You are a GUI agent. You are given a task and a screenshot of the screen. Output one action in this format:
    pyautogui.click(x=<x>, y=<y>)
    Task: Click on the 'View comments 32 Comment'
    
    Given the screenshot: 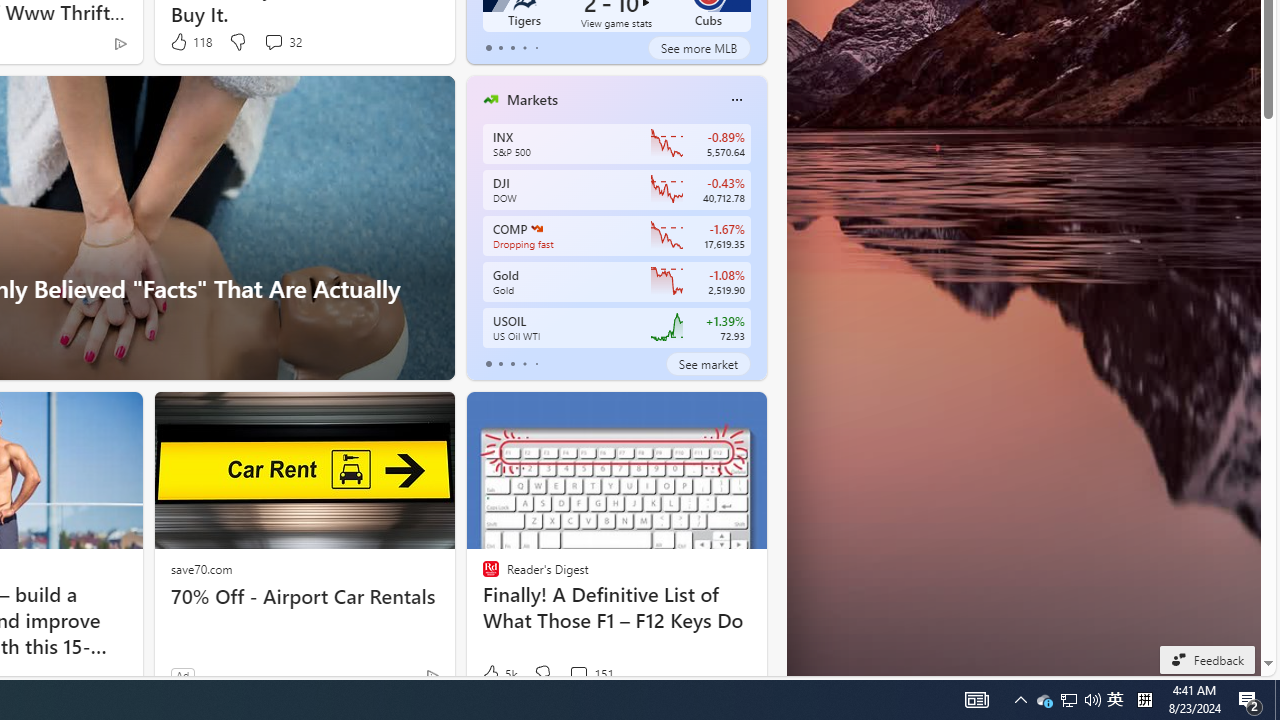 What is the action you would take?
    pyautogui.click(x=272, y=41)
    